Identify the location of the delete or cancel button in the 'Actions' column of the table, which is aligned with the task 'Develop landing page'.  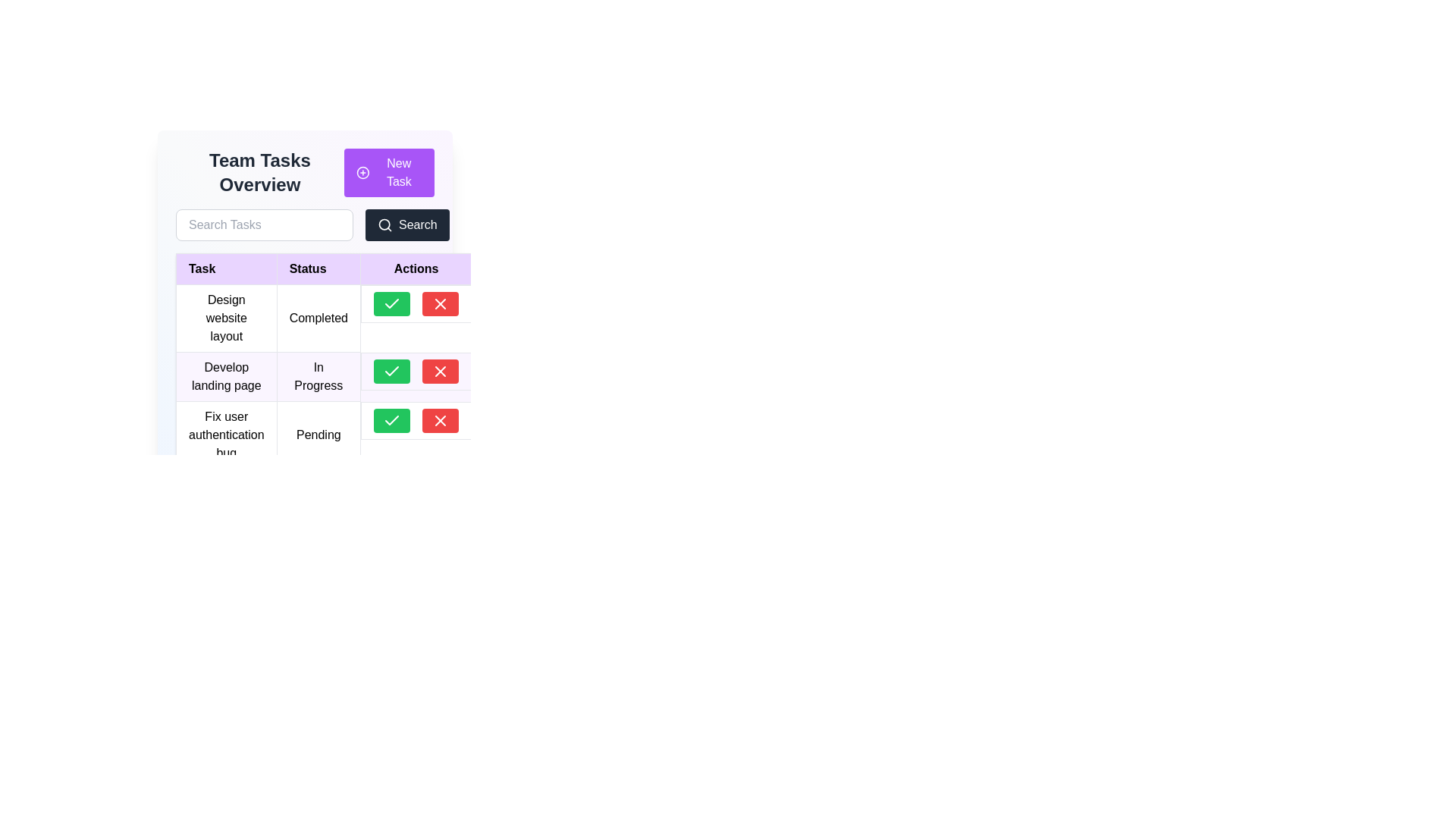
(439, 371).